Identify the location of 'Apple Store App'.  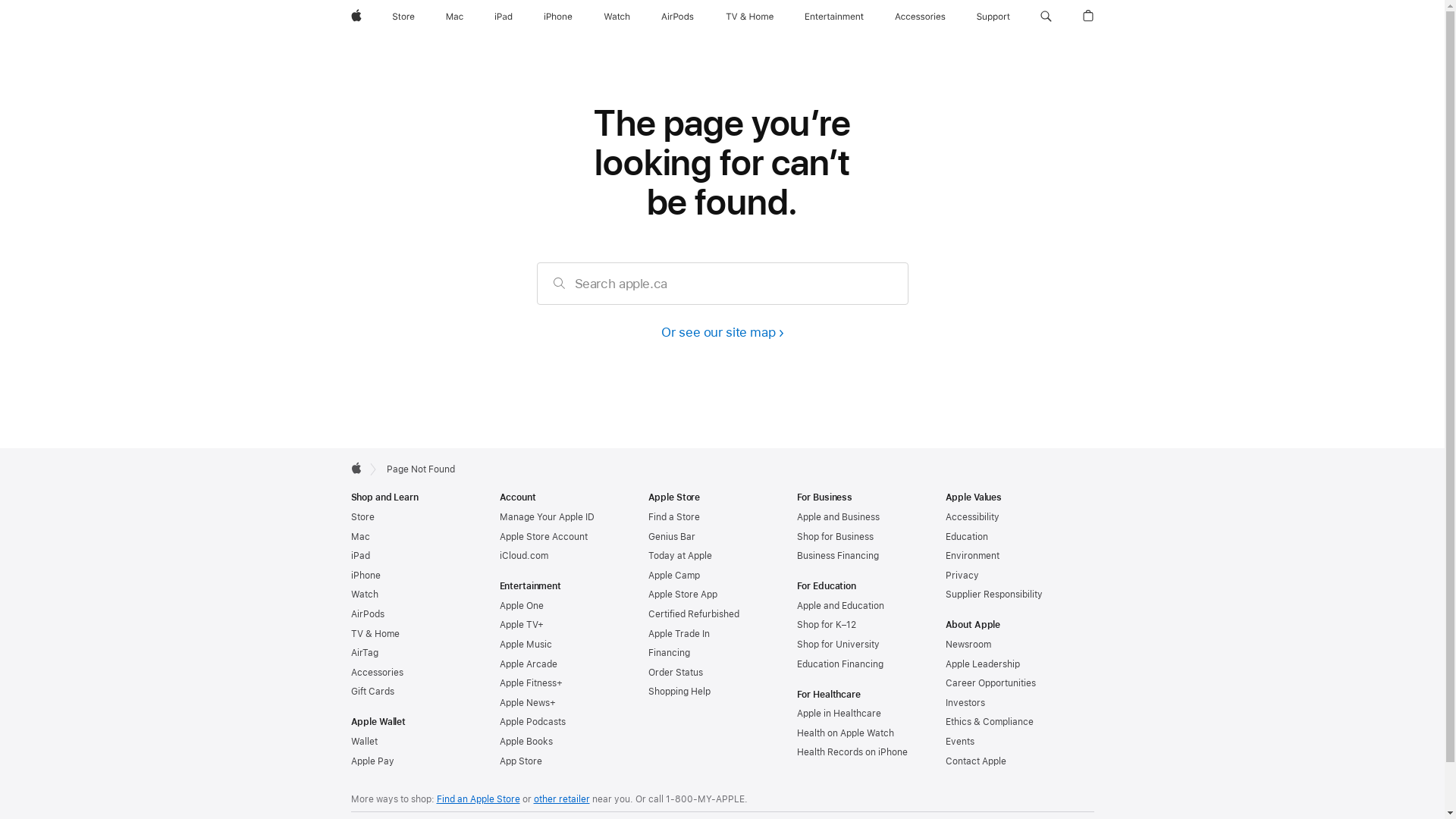
(648, 593).